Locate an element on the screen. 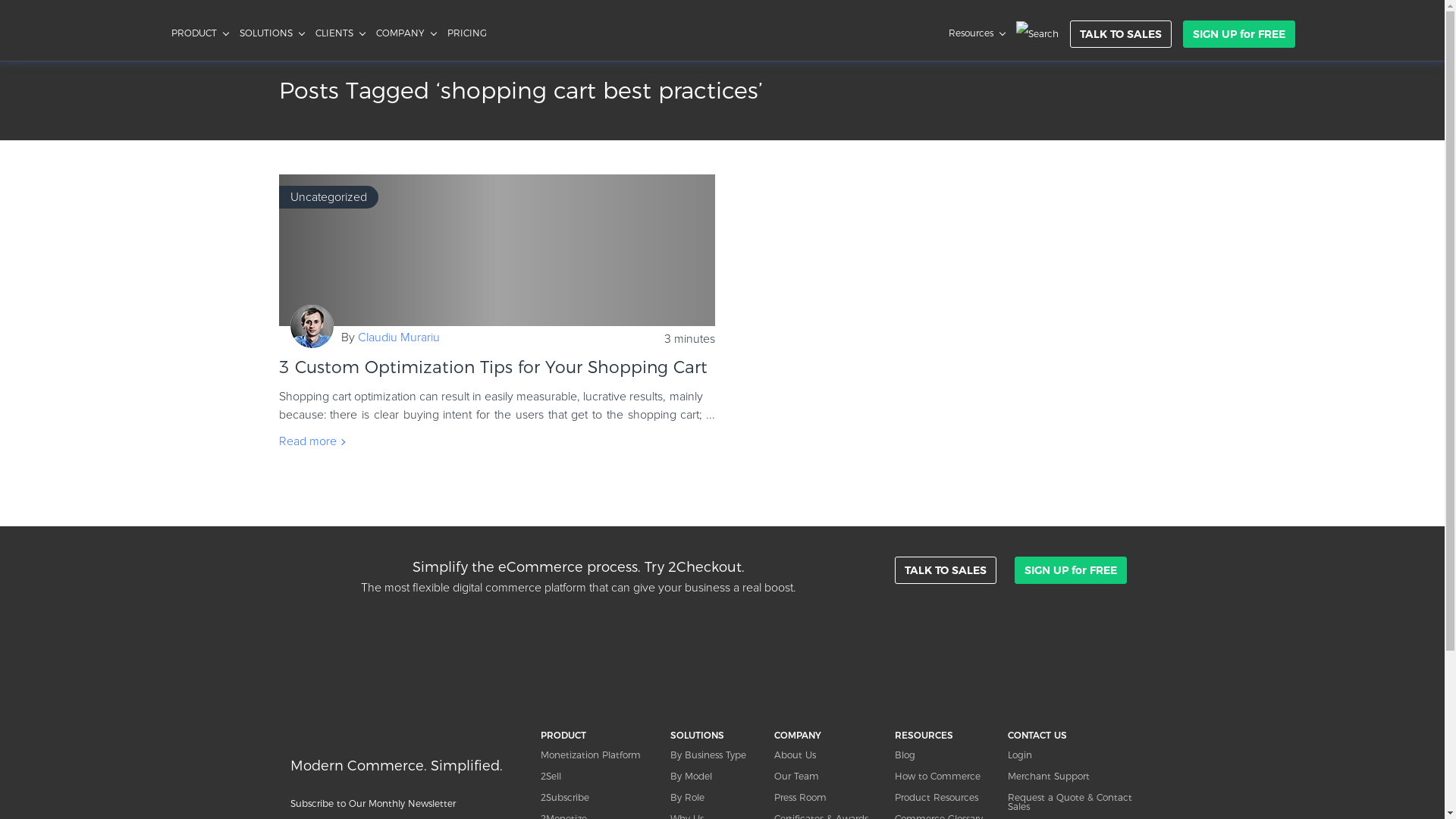 The image size is (1456, 819). 'Request a Quote & Contact Sales' is located at coordinates (1008, 801).